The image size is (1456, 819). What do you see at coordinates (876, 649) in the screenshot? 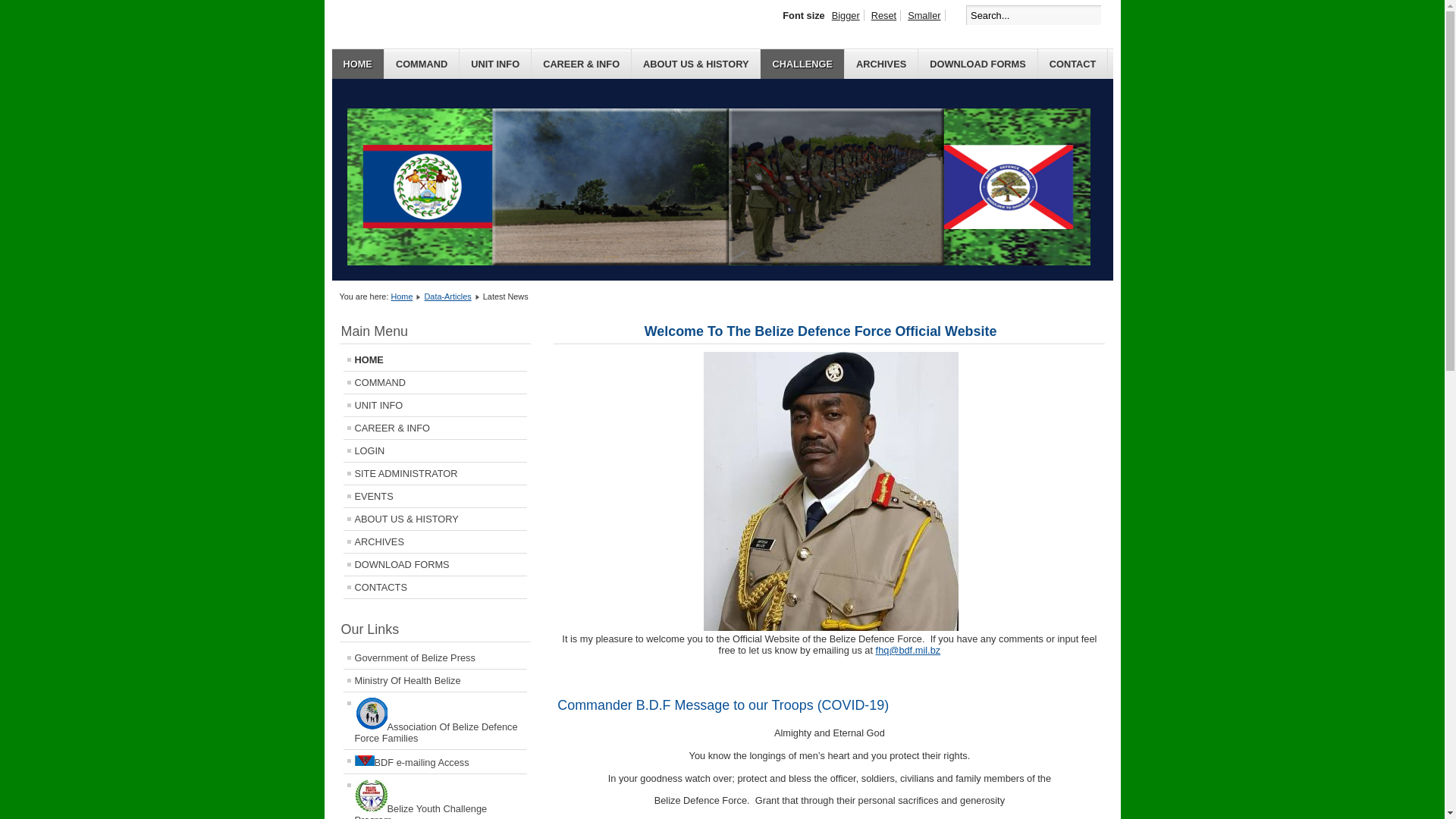
I see `'fhq@bdf.mil.bz'` at bounding box center [876, 649].